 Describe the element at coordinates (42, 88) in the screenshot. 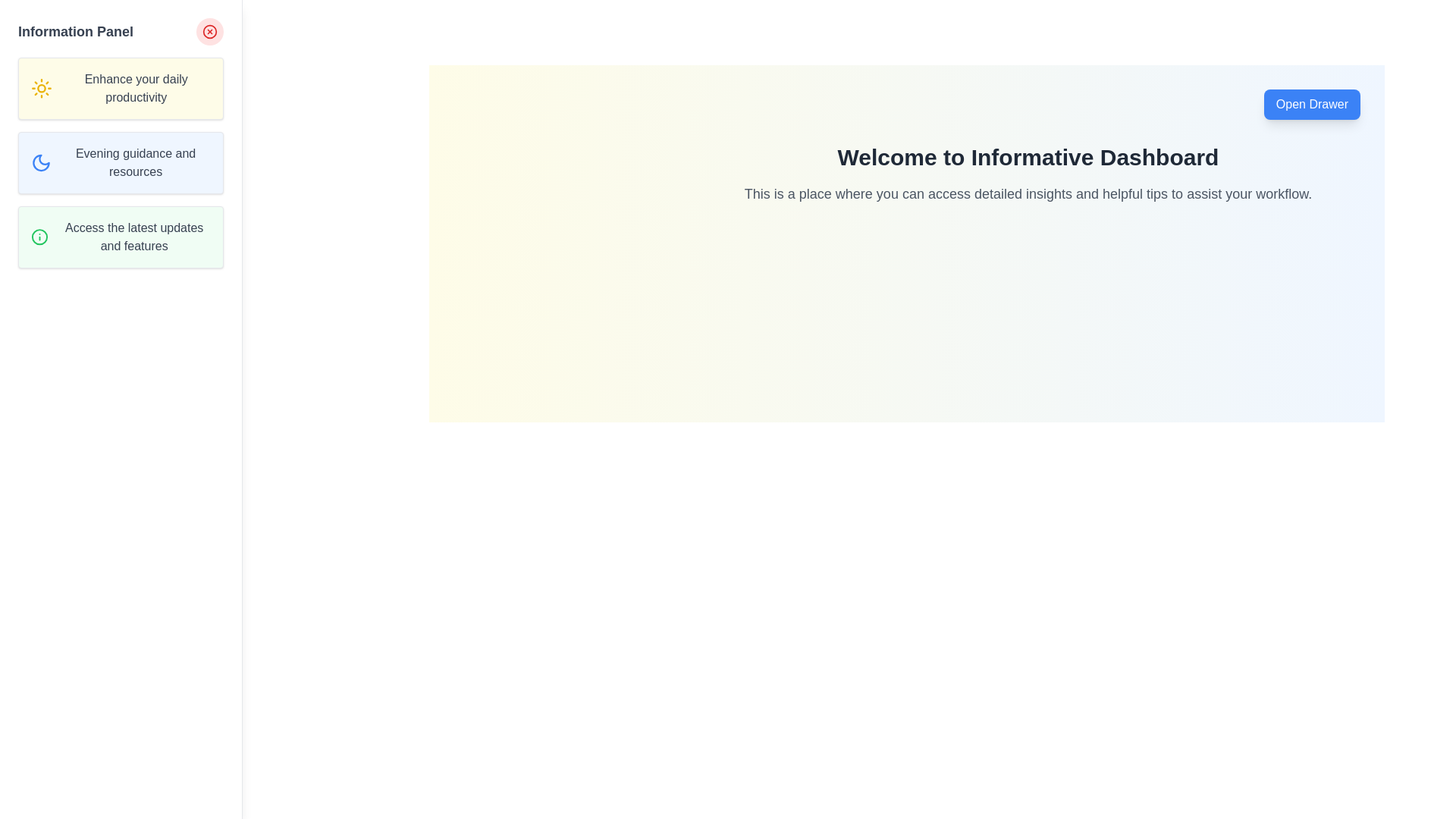

I see `the circular graphical icon component of the sun icon, which is positioned centrally within the sun icon and located near the title 'Enhance your daily productivity.'` at that location.